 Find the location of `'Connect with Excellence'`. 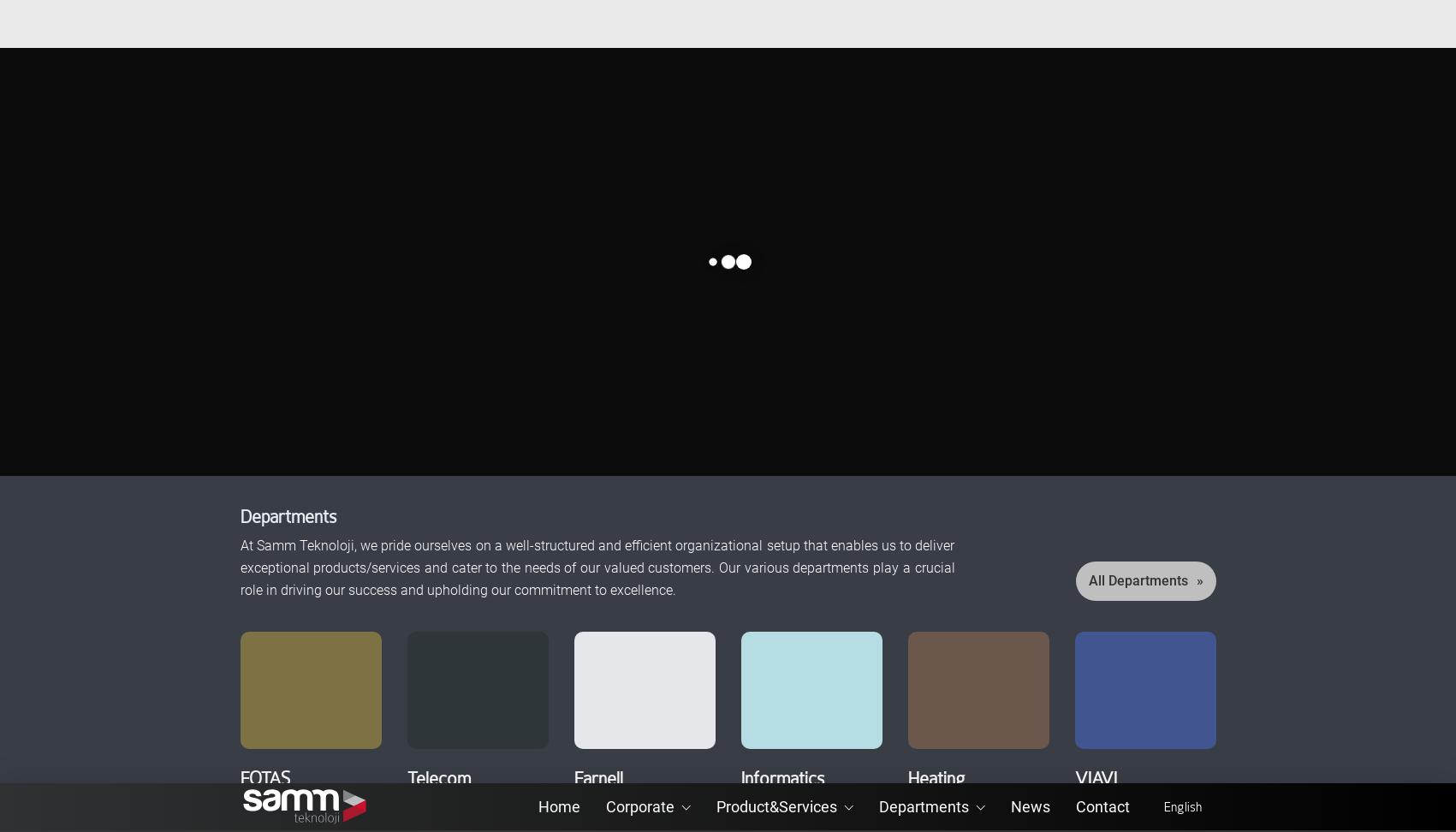

'Connect with Excellence' is located at coordinates (340, 92).